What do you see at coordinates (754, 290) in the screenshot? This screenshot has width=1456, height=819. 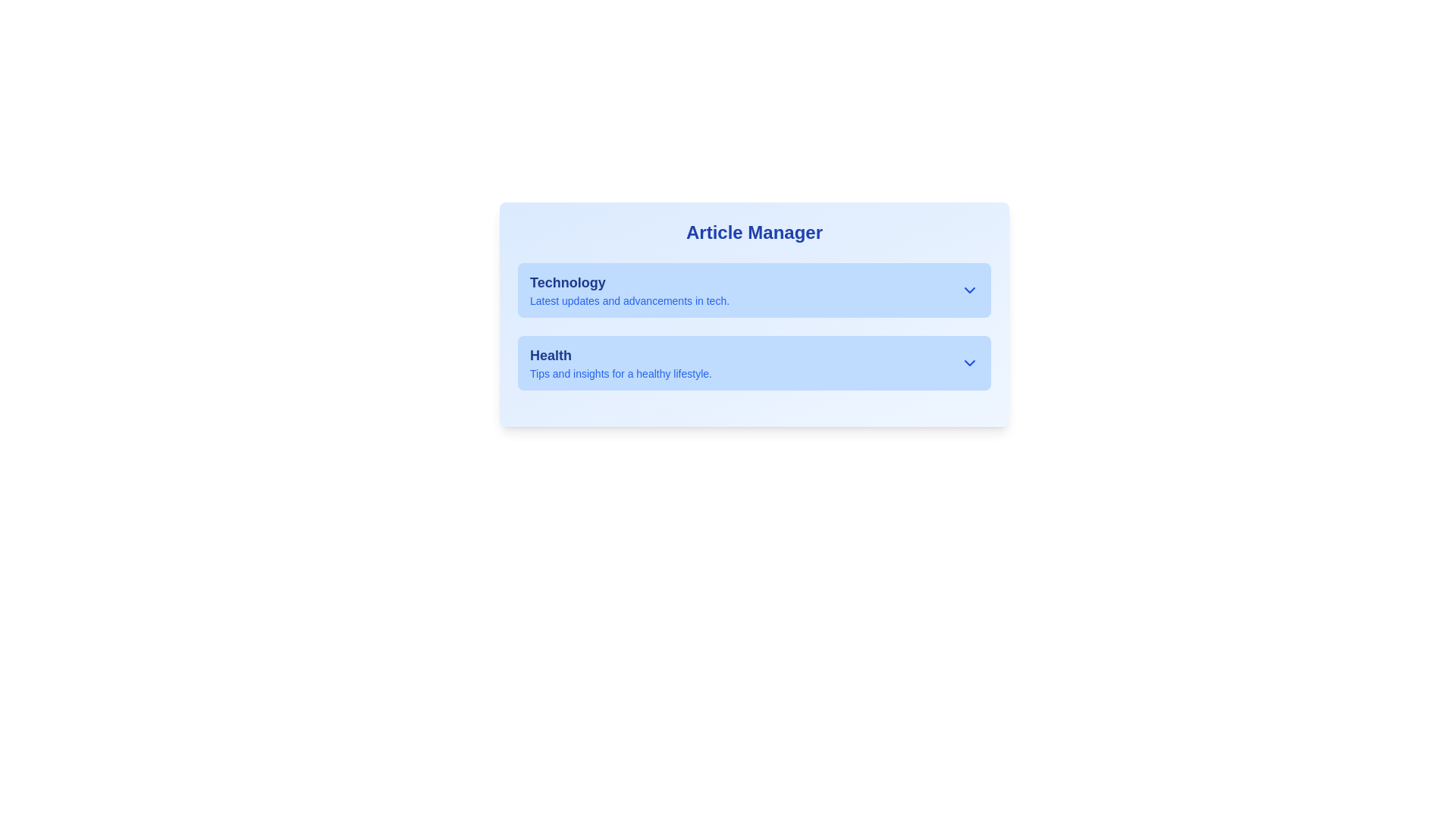 I see `the category selector titled 'Technology' with a light blue background` at bounding box center [754, 290].